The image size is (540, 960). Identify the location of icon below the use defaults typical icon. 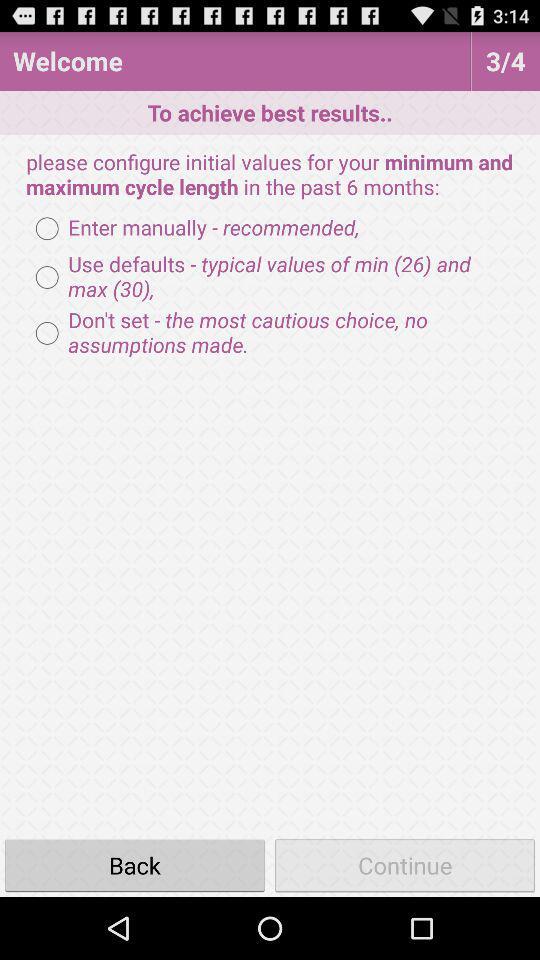
(270, 333).